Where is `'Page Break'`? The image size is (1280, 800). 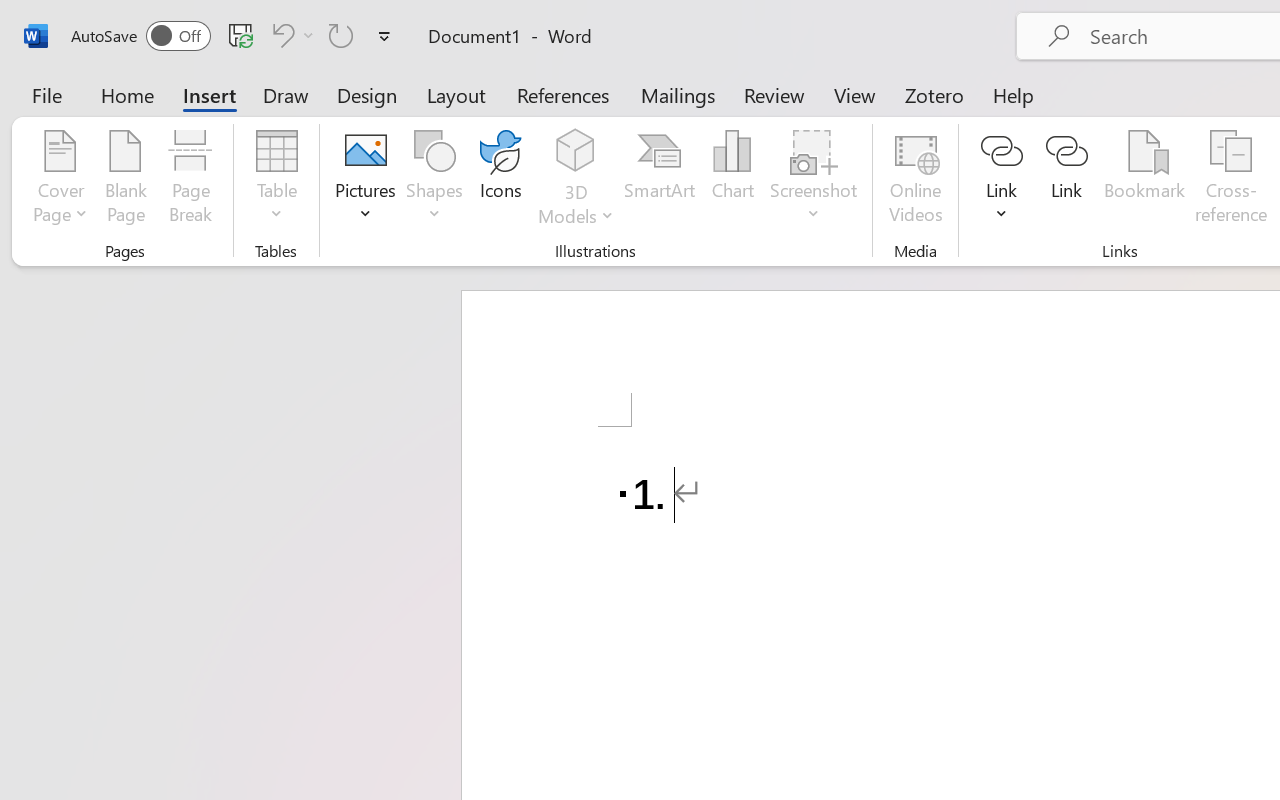 'Page Break' is located at coordinates (190, 179).